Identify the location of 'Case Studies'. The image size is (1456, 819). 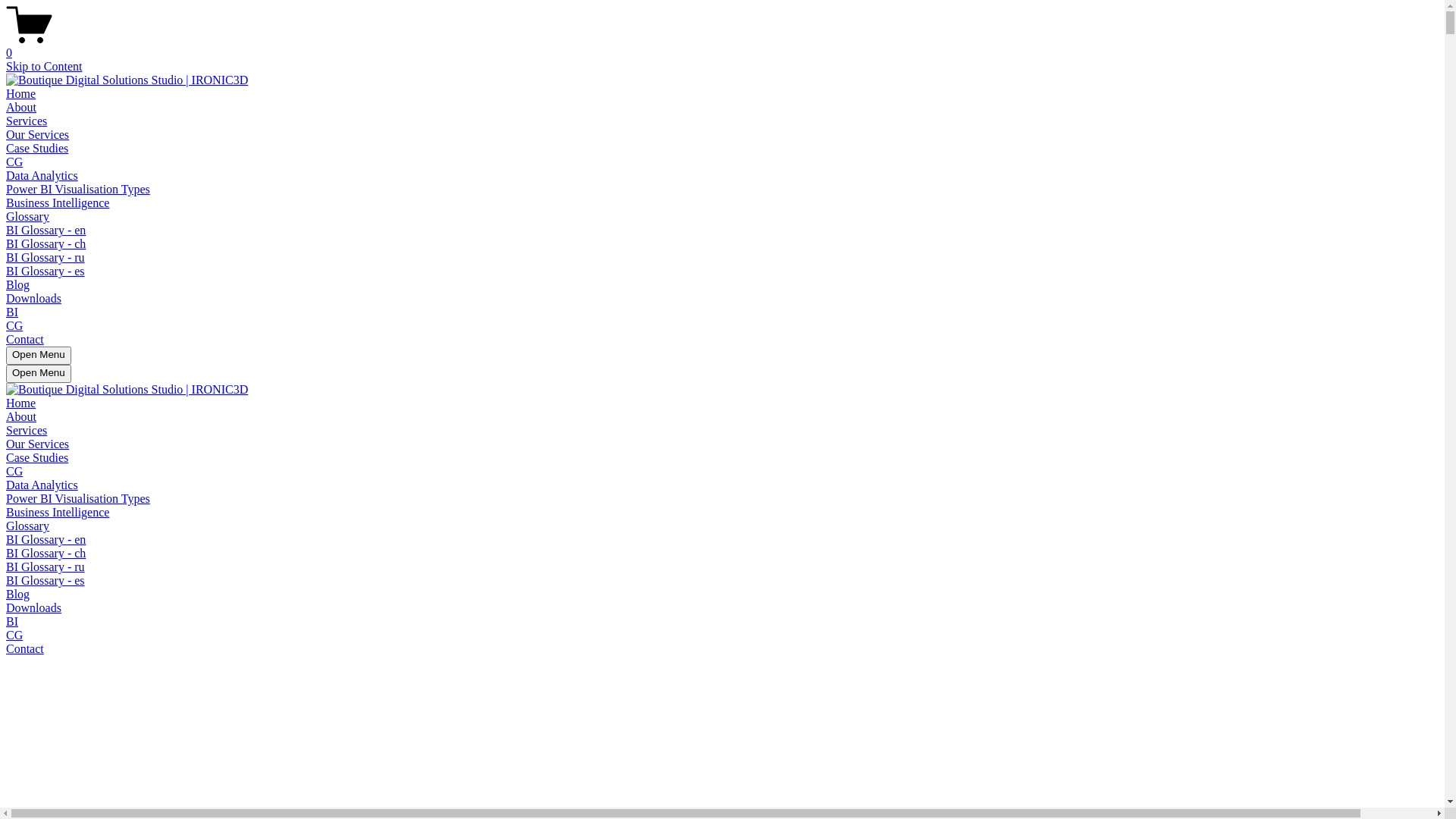
(6, 457).